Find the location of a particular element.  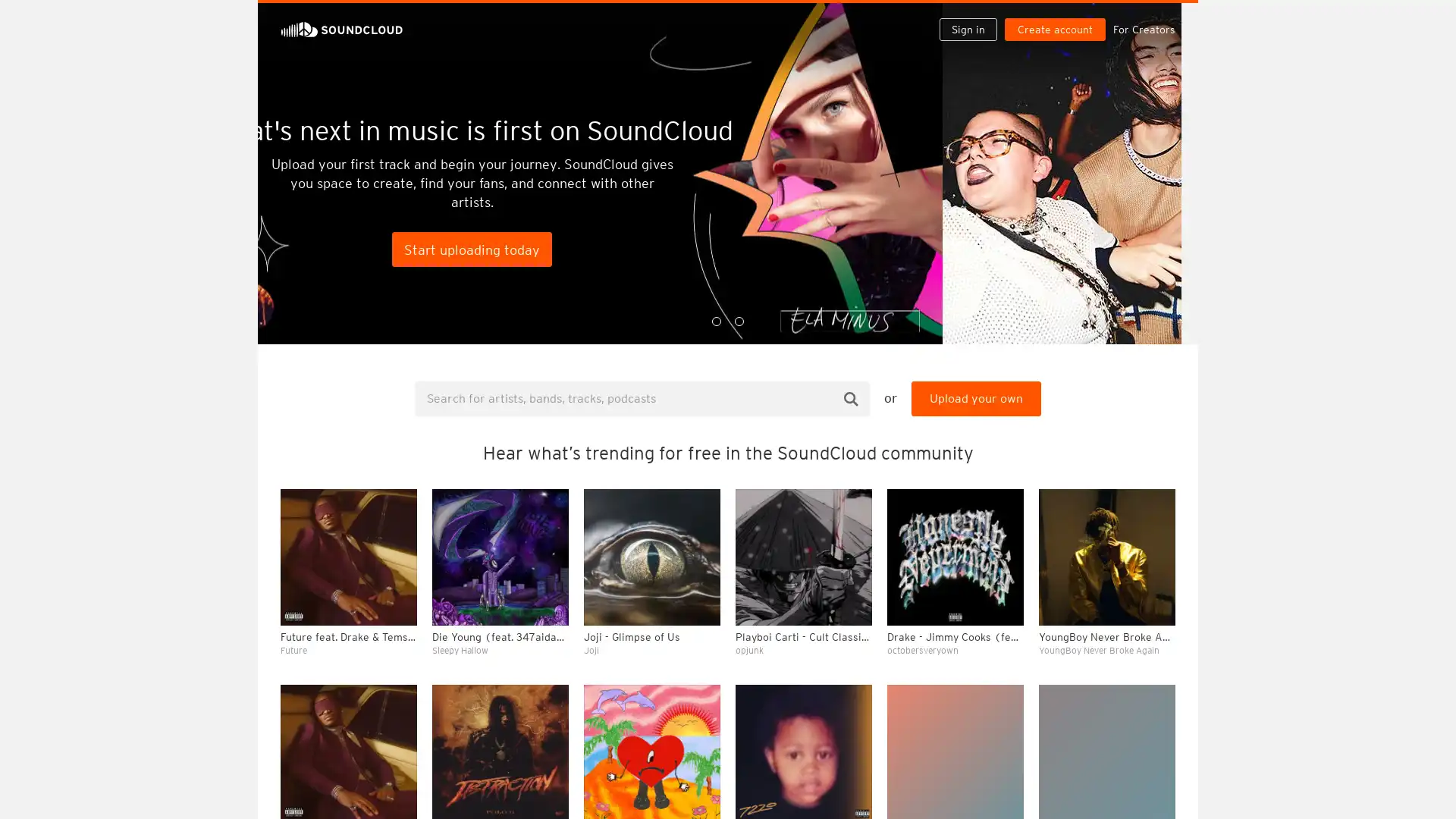

Create a SoundCloud account is located at coordinates (1054, 29).